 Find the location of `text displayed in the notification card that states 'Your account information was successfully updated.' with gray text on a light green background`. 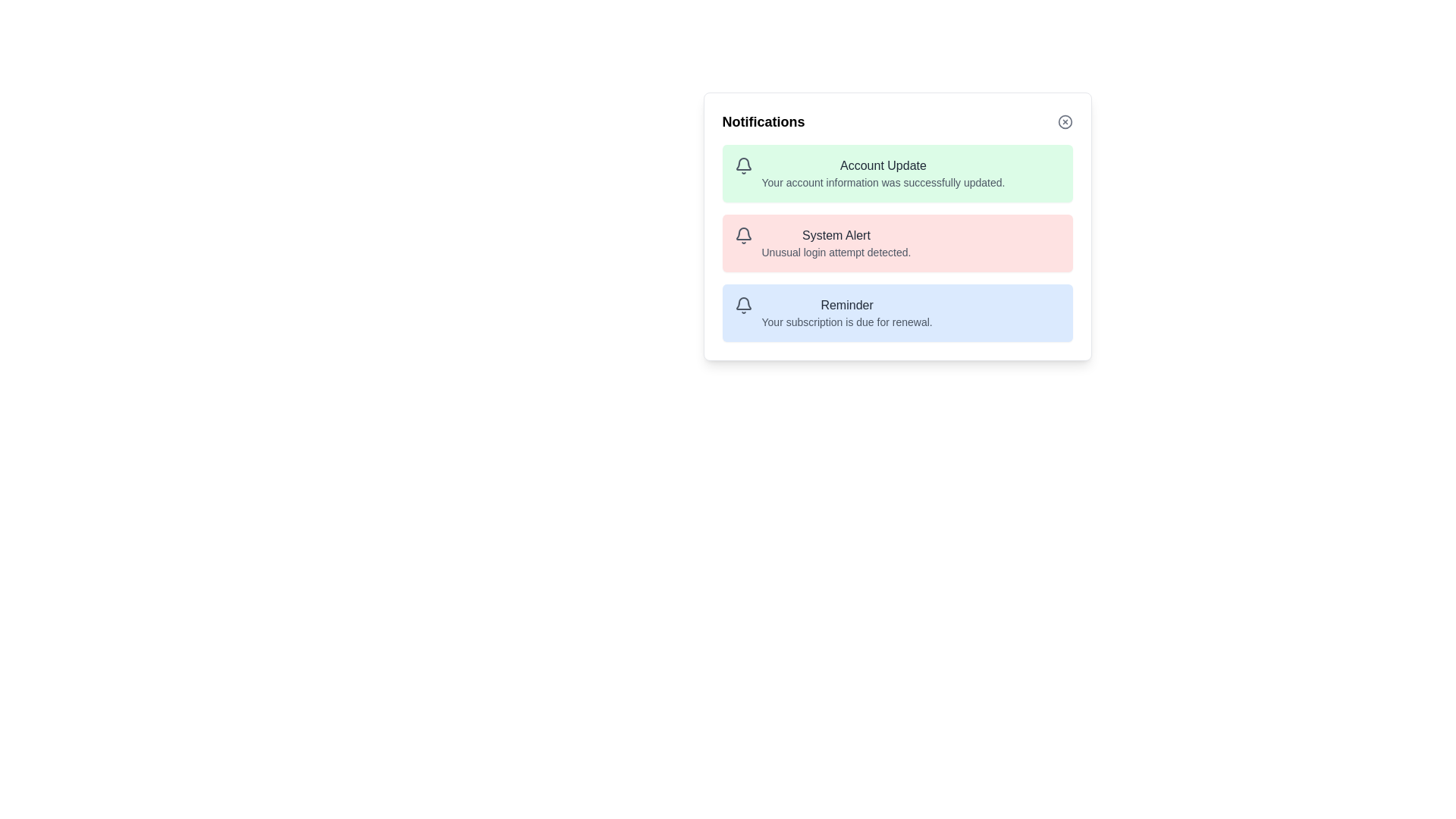

text displayed in the notification card that states 'Your account information was successfully updated.' with gray text on a light green background is located at coordinates (883, 181).